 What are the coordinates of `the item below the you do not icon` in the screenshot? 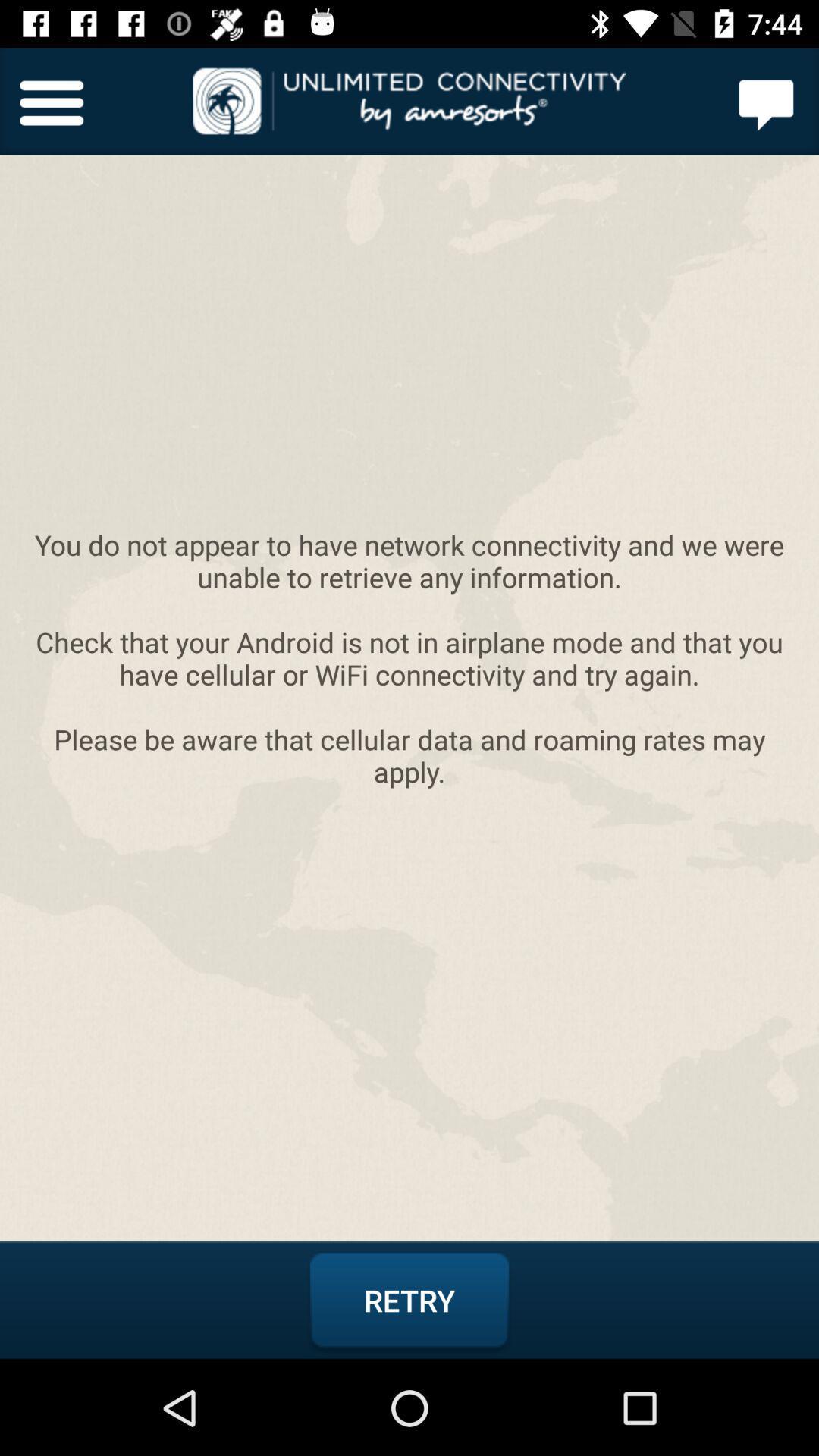 It's located at (409, 1300).